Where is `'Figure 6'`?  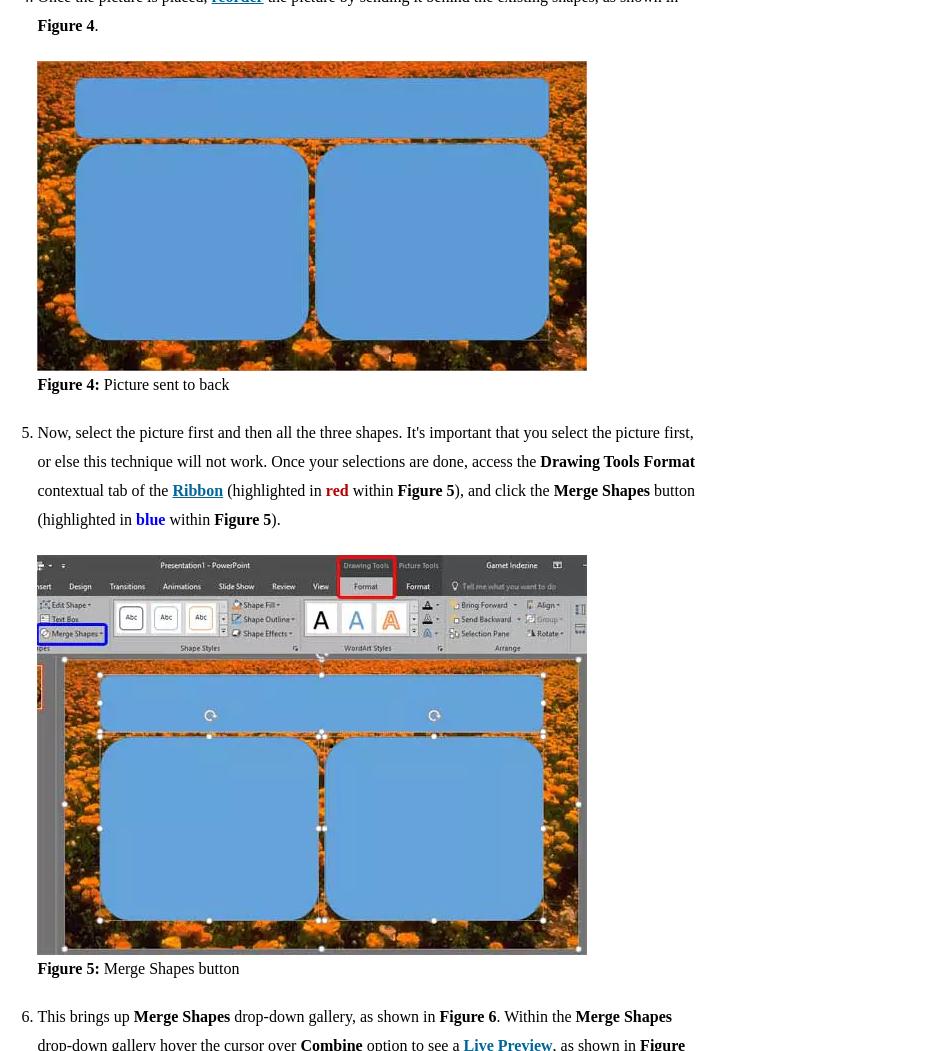 'Figure 6' is located at coordinates (437, 1015).